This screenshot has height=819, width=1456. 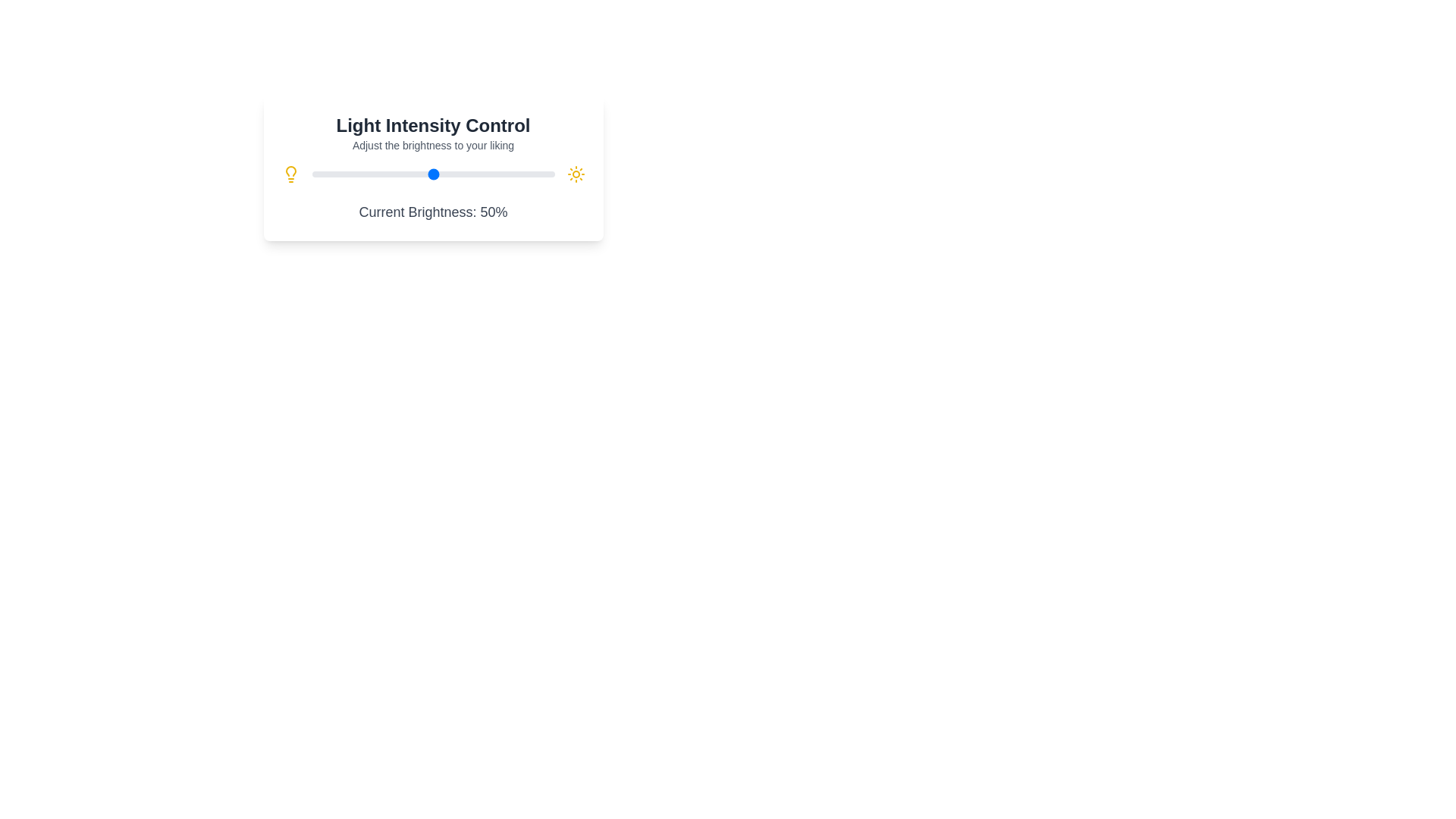 I want to click on the sun icon to interact with it, so click(x=575, y=174).